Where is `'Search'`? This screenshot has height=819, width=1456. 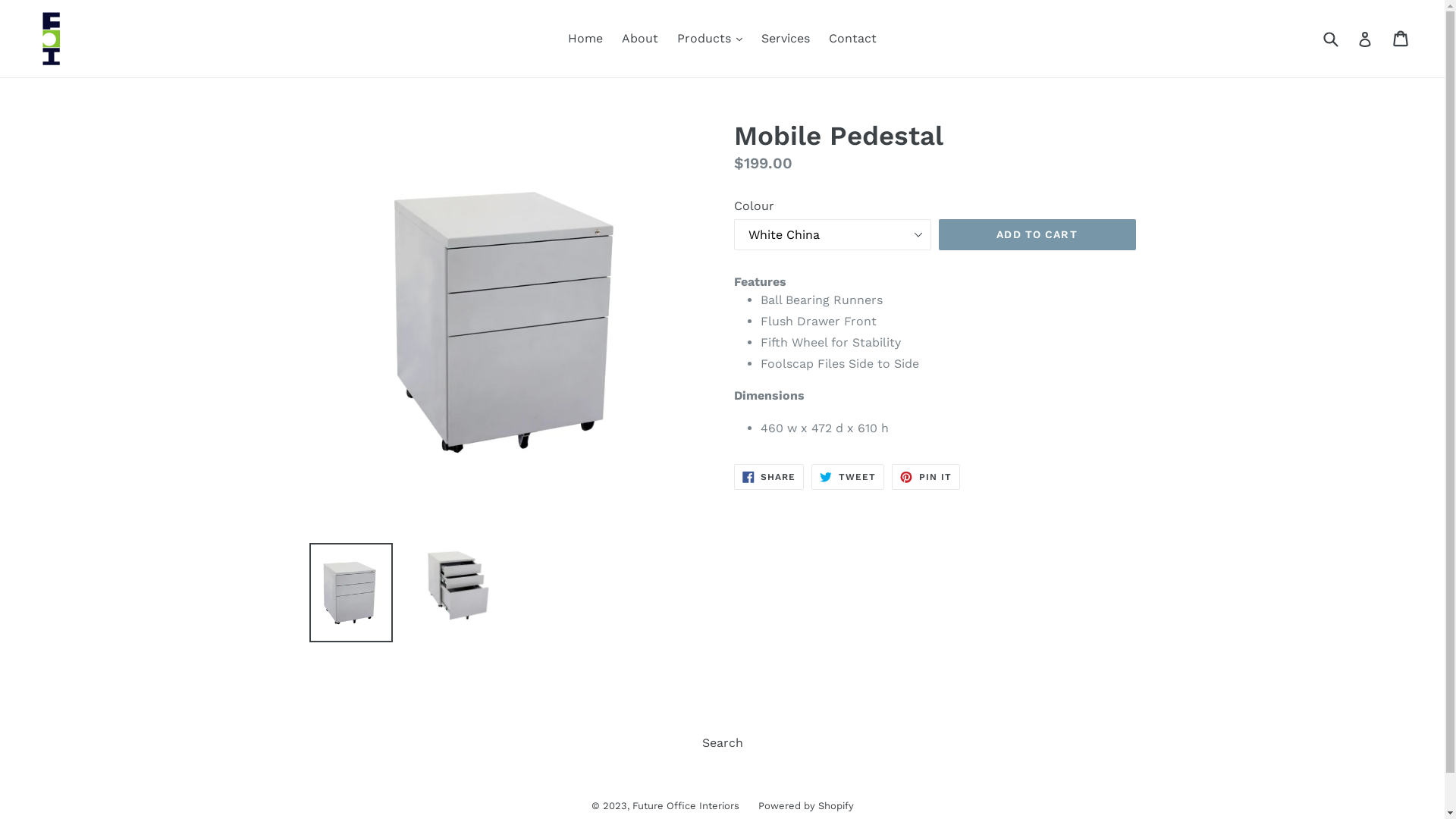
'Search' is located at coordinates (722, 742).